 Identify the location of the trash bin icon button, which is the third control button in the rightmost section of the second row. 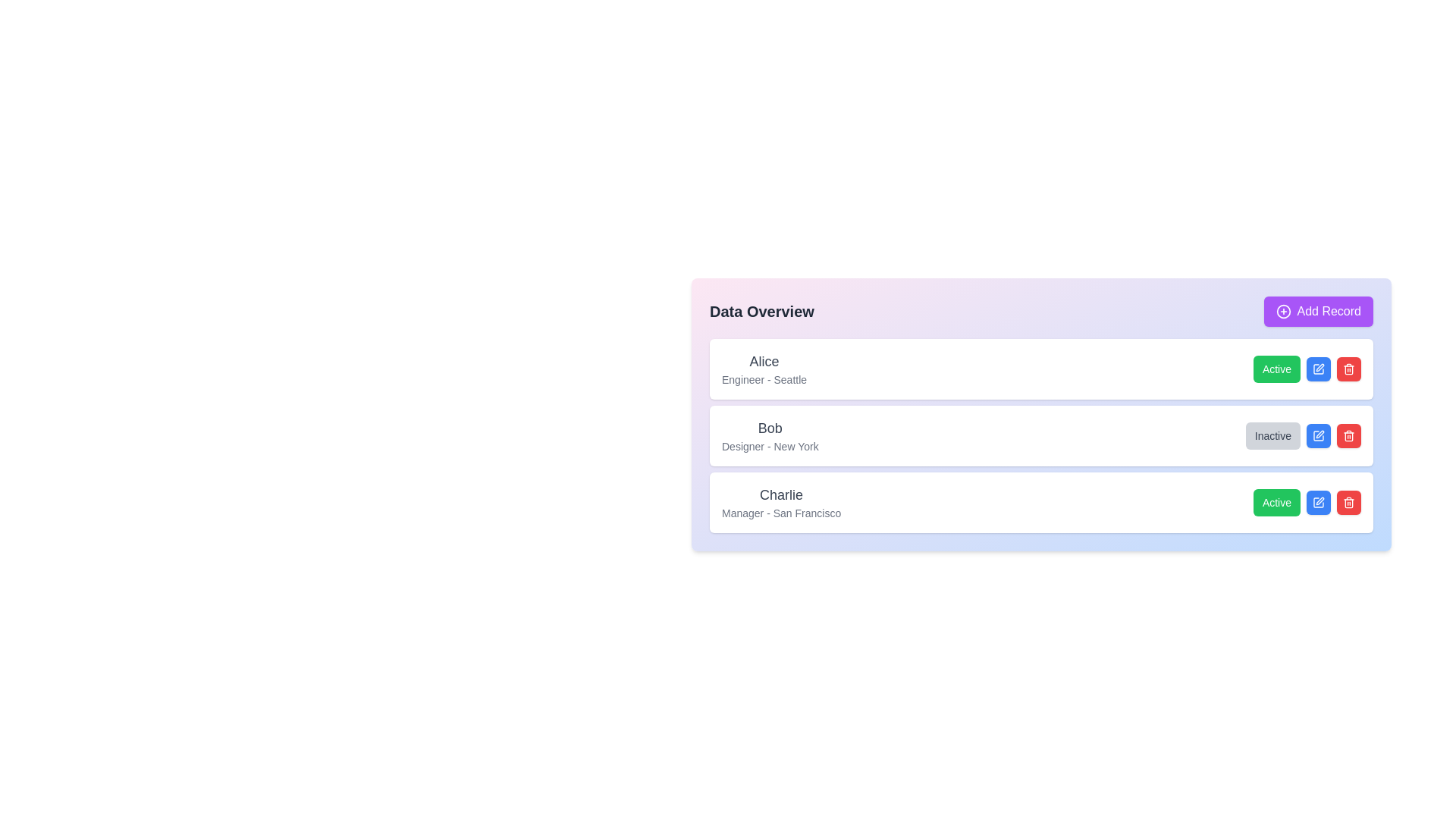
(1349, 369).